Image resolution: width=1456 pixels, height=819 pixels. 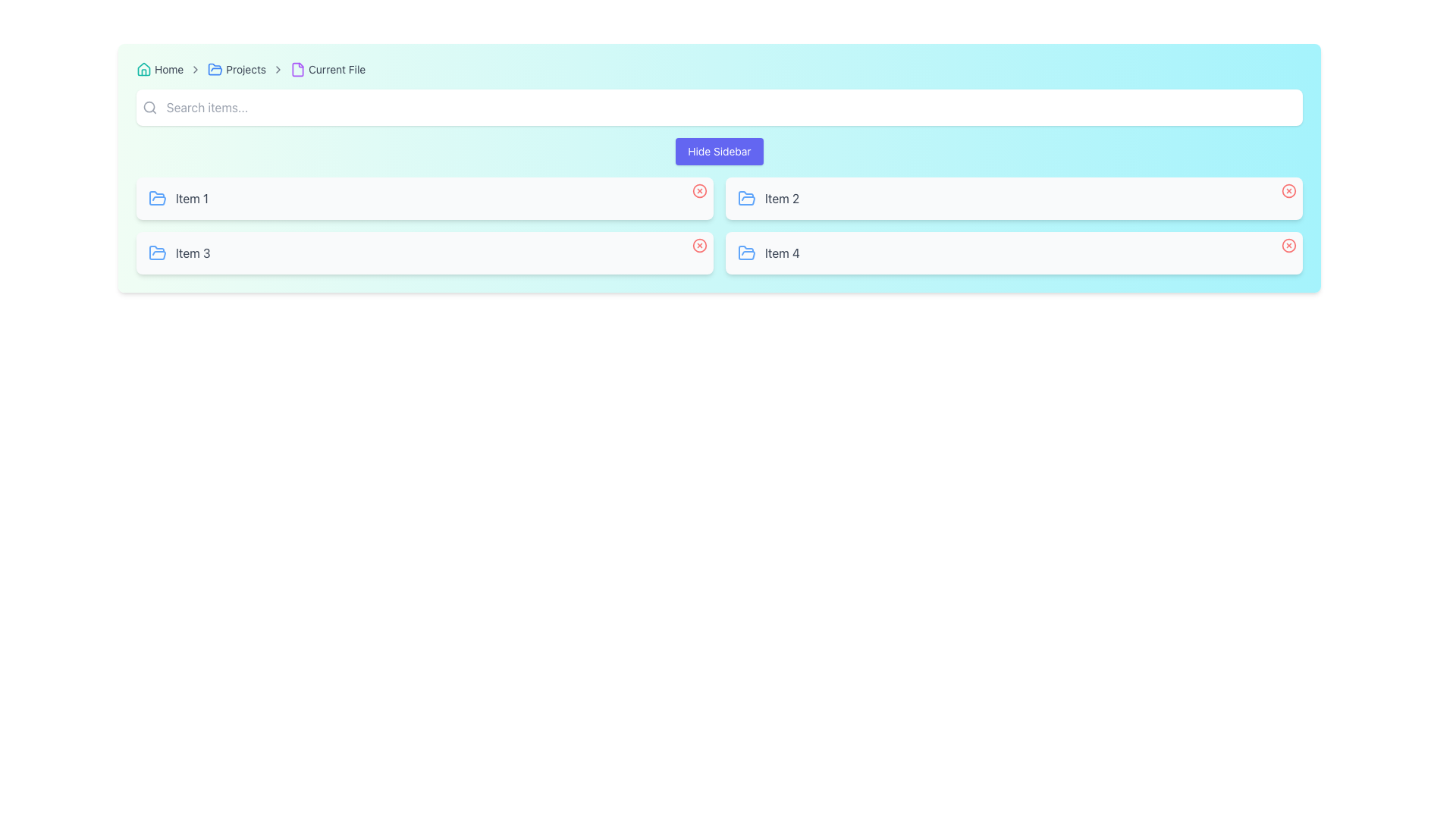 What do you see at coordinates (298, 70) in the screenshot?
I see `the file icon in the breadcrumb navigation that precedes the text label 'Current File'` at bounding box center [298, 70].